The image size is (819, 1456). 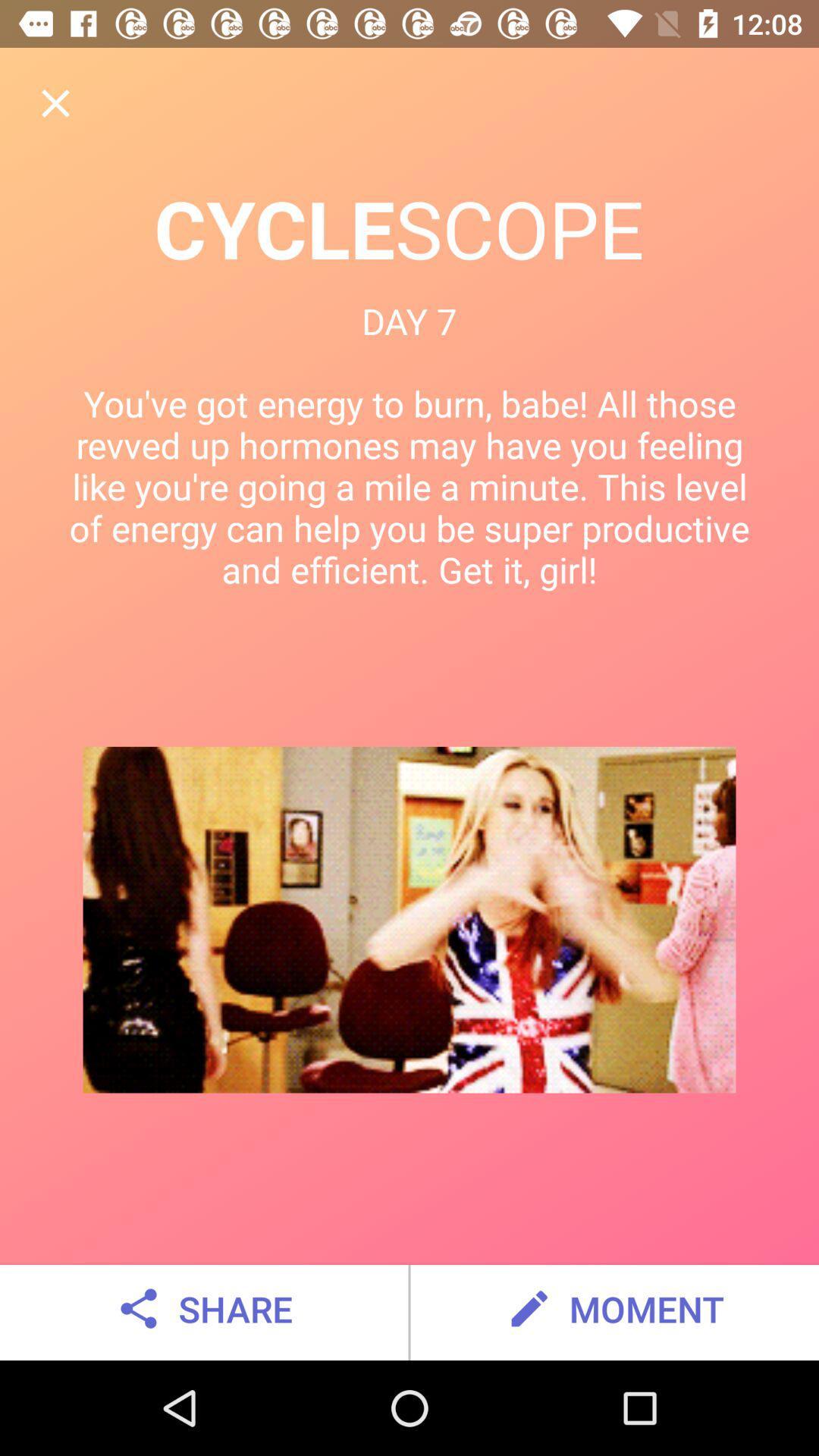 What do you see at coordinates (614, 1308) in the screenshot?
I see `moment at the bottom right corner` at bounding box center [614, 1308].